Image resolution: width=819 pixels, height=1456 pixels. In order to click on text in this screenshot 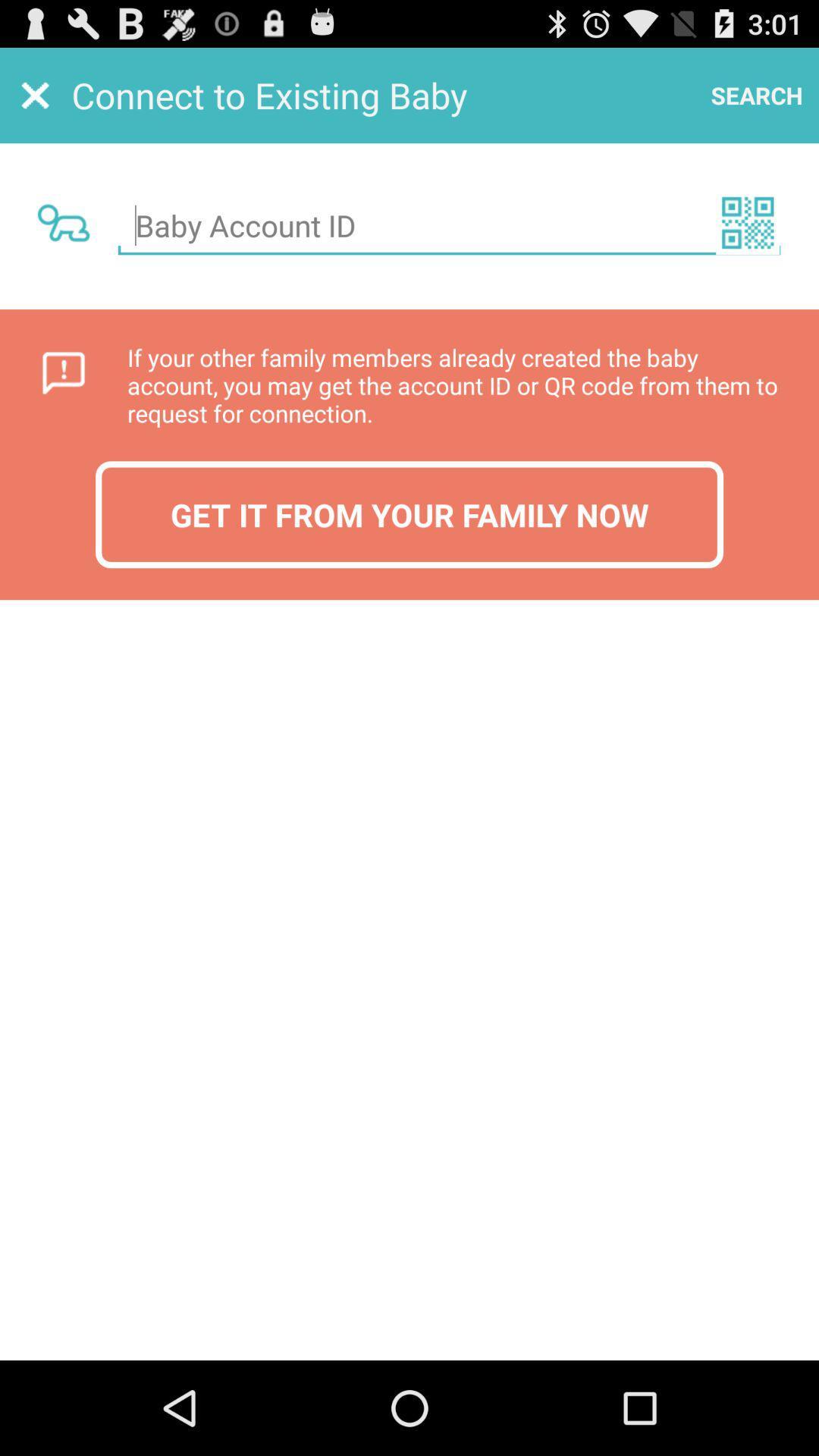, I will do `click(448, 225)`.